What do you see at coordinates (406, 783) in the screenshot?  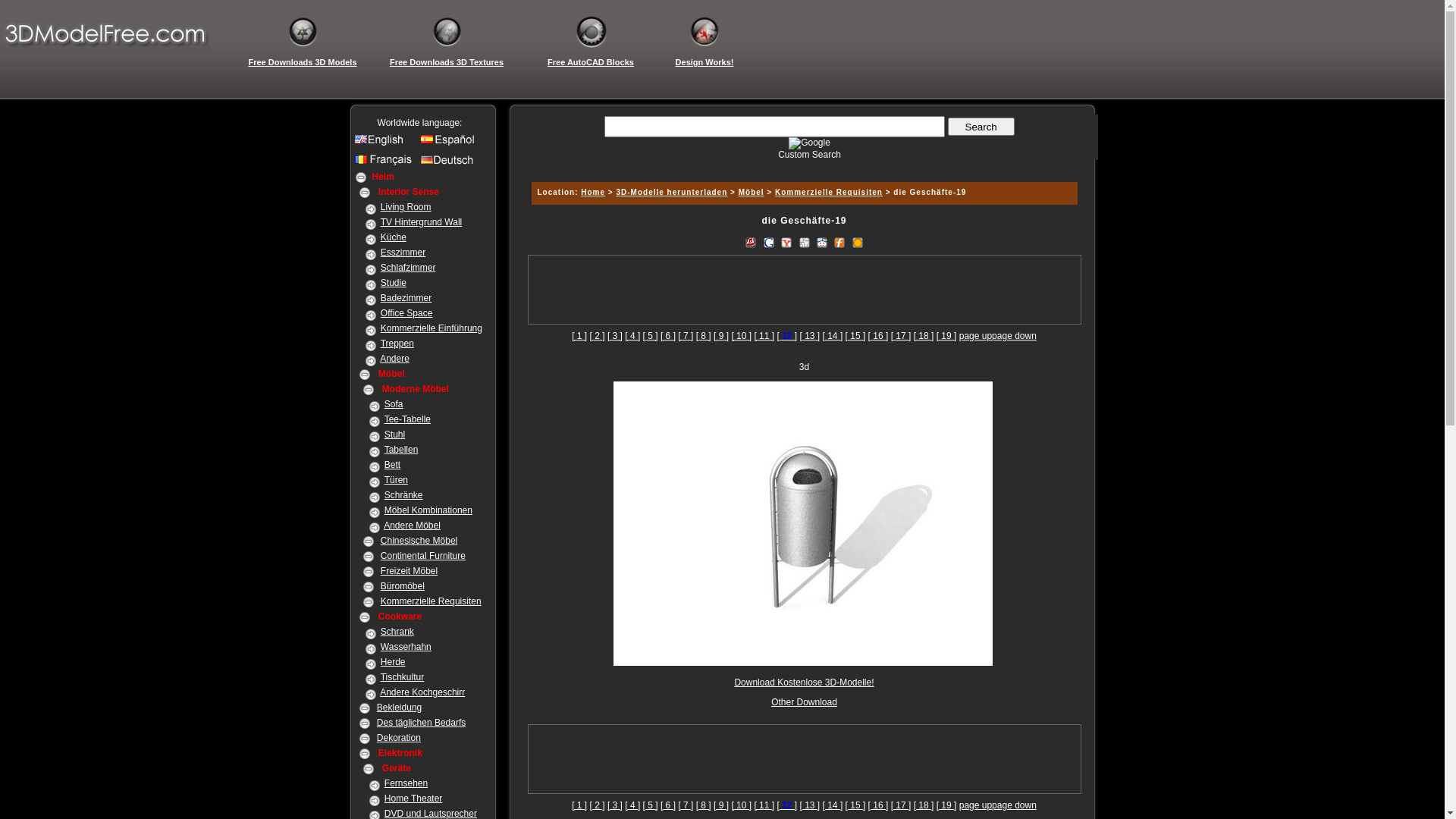 I see `'Fernsehen'` at bounding box center [406, 783].